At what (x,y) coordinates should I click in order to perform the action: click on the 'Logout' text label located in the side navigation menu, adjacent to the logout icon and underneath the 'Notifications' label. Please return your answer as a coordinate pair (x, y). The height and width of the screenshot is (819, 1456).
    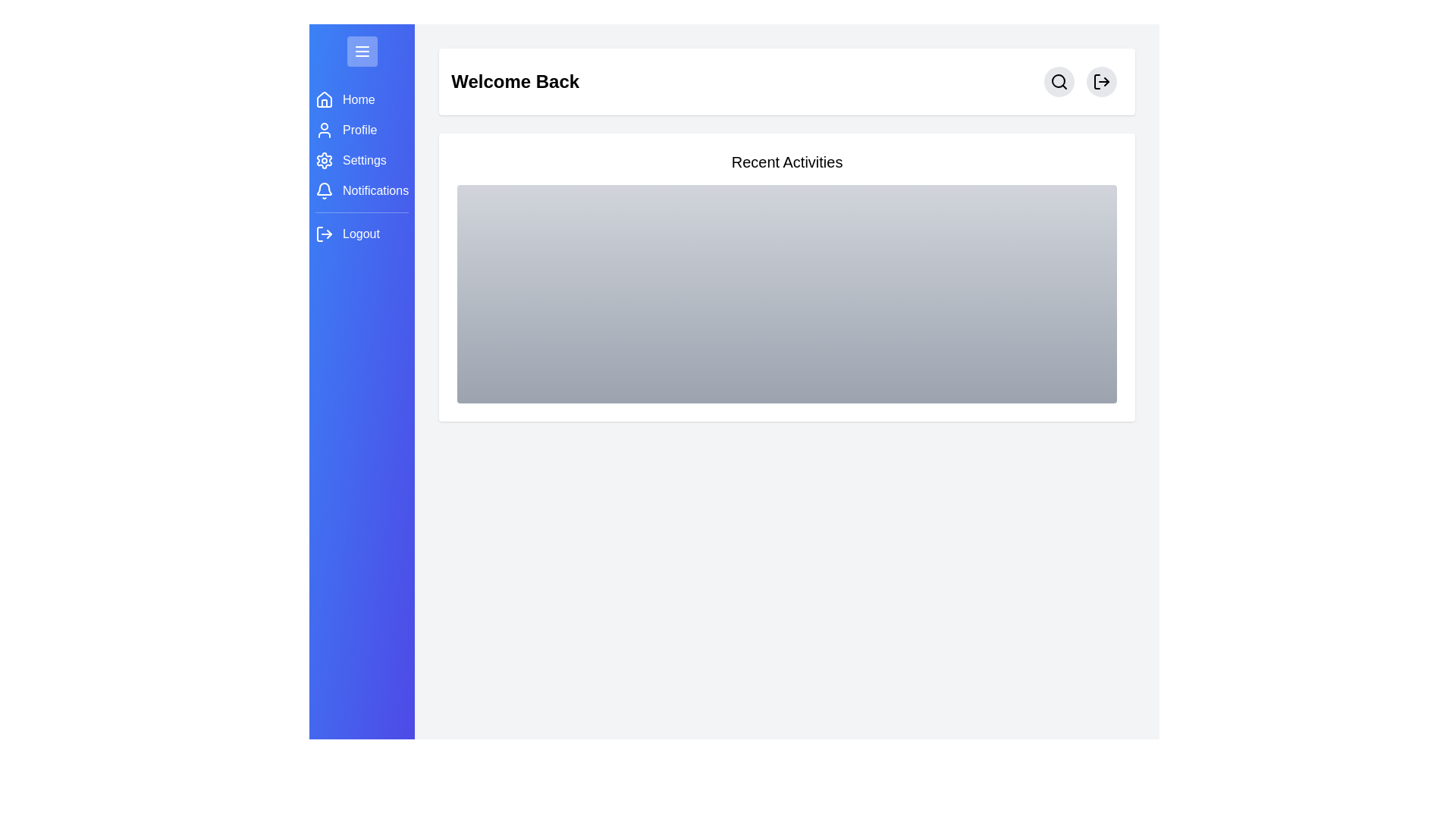
    Looking at the image, I should click on (360, 234).